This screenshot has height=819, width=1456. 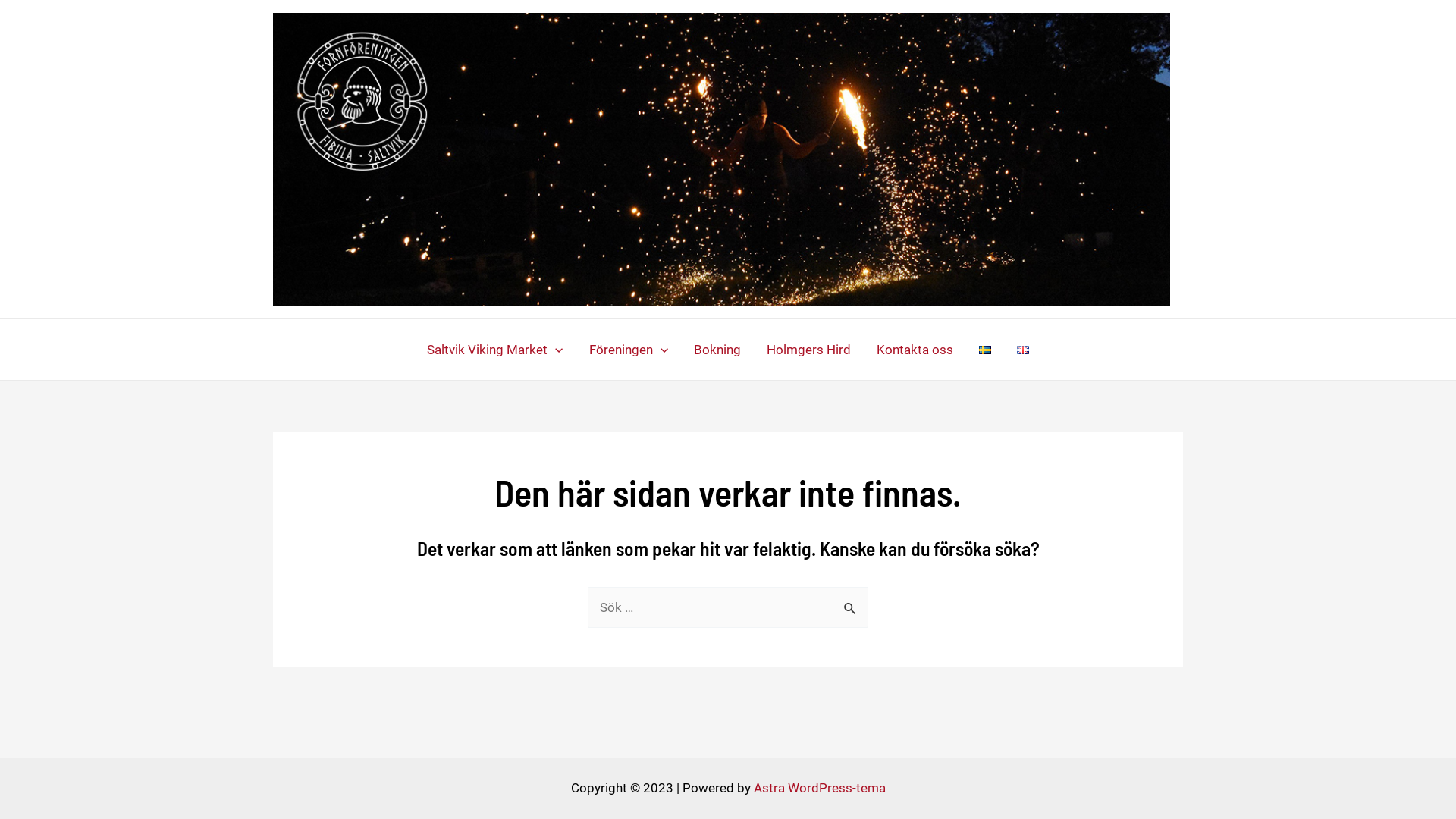 I want to click on 'Holmgers Hird', so click(x=753, y=350).